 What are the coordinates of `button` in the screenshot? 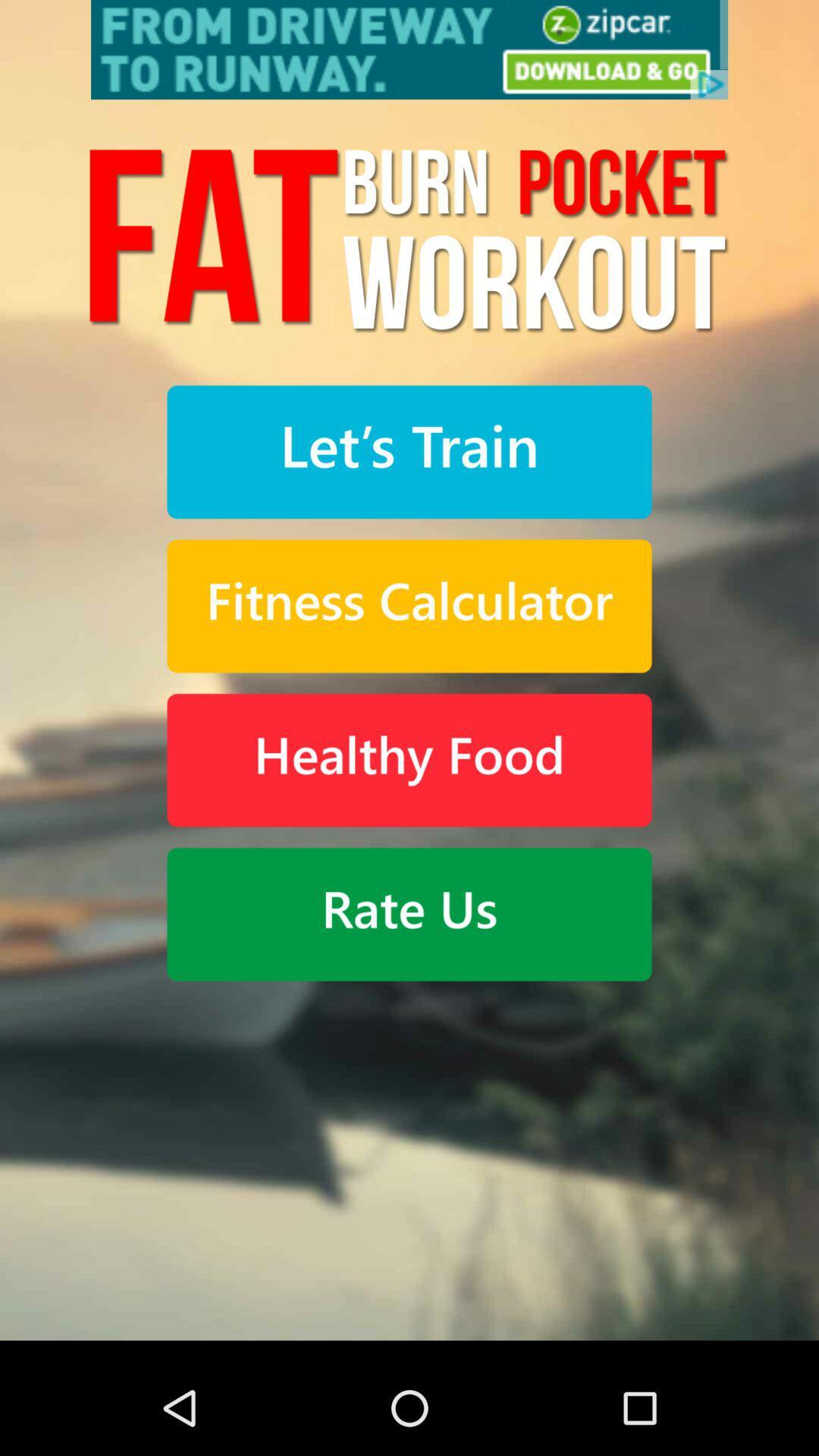 It's located at (409, 913).